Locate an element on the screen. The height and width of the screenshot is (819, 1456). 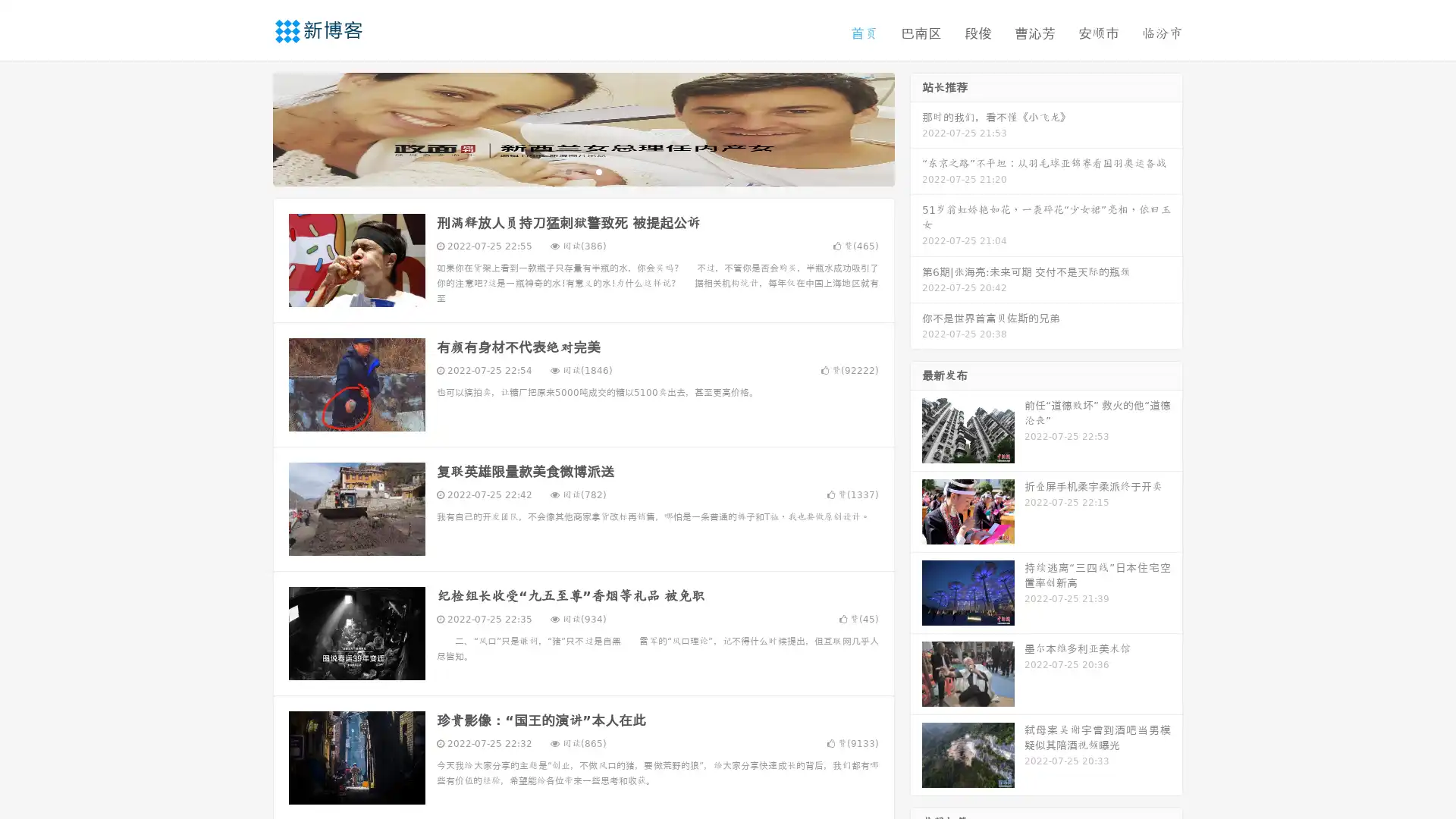
Go to slide 1 is located at coordinates (567, 171).